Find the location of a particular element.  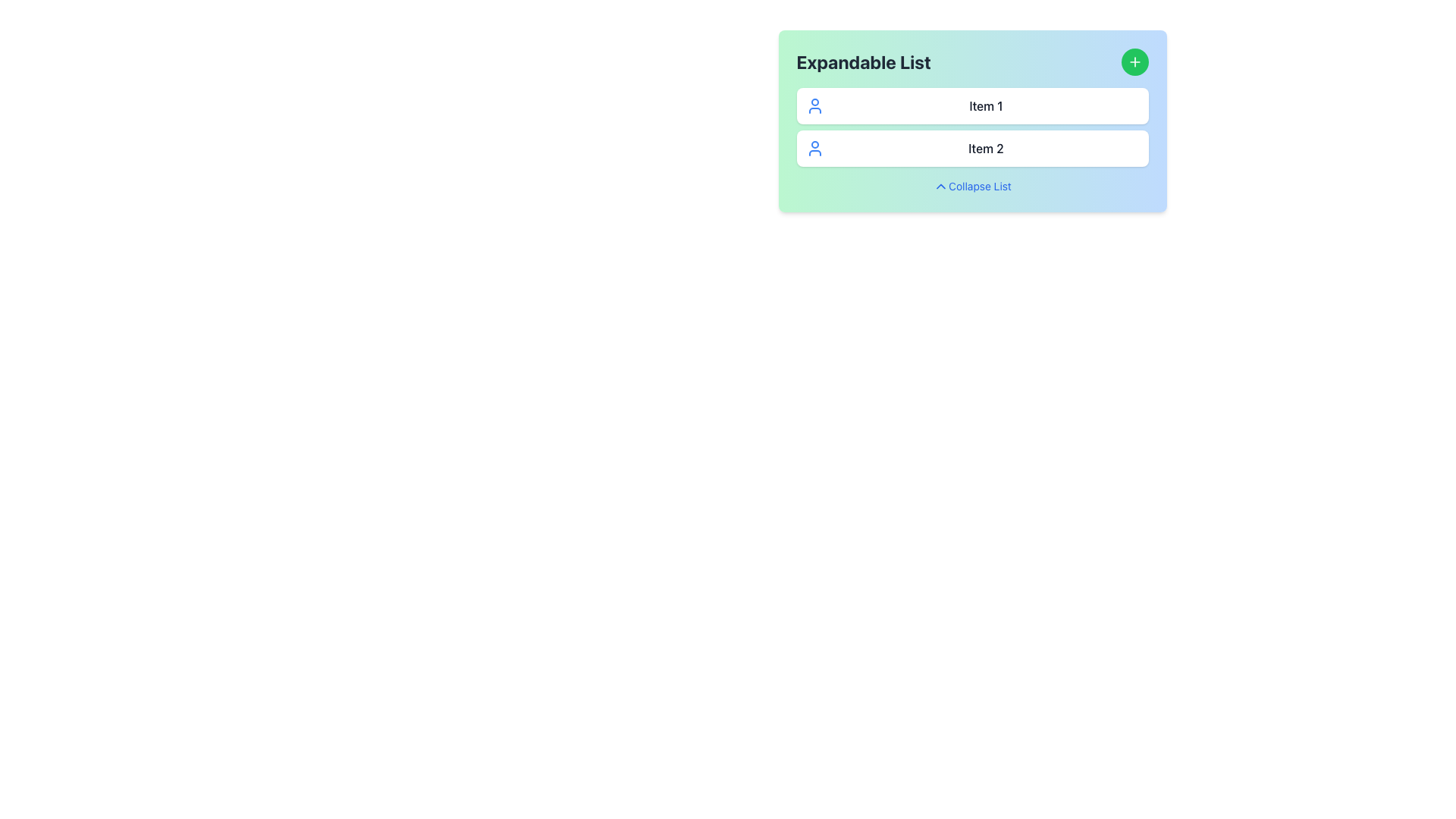

the Text Label that identifies an item in a list, located within a white, shadowed card with rounded corners is located at coordinates (986, 105).